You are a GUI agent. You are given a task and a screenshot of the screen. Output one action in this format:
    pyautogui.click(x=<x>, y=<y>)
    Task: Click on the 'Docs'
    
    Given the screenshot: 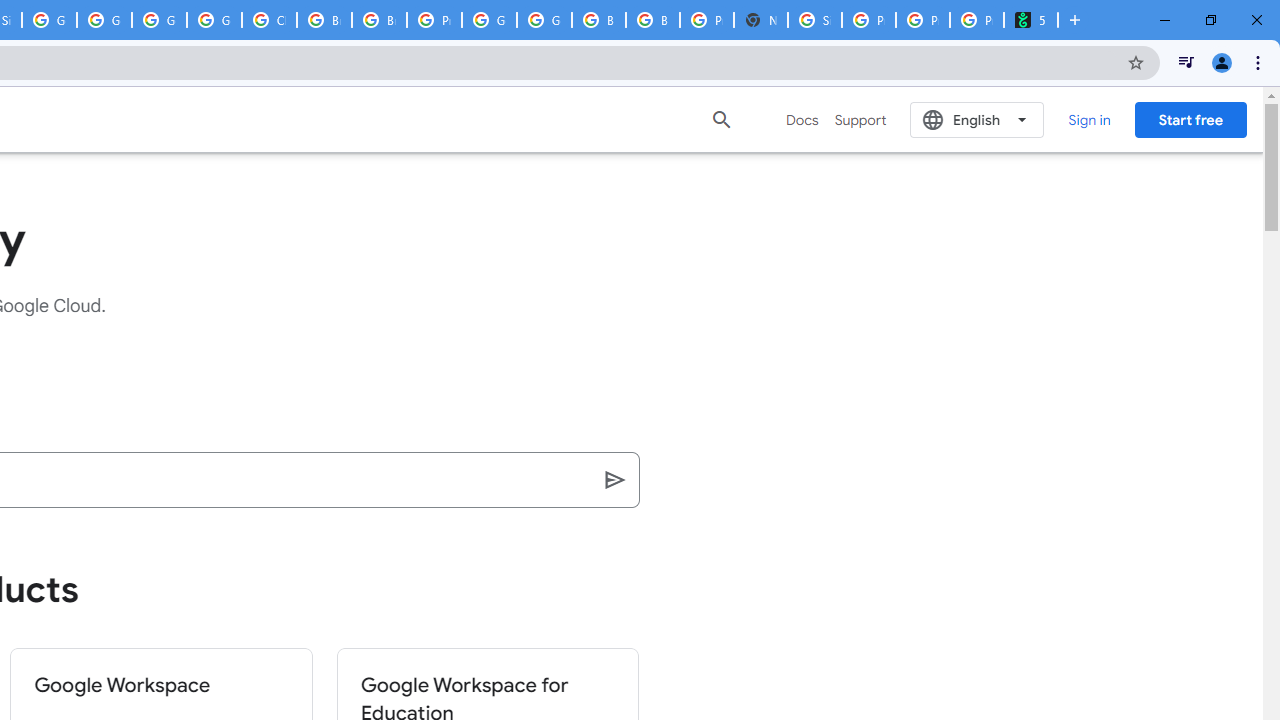 What is the action you would take?
    pyautogui.click(x=802, y=119)
    